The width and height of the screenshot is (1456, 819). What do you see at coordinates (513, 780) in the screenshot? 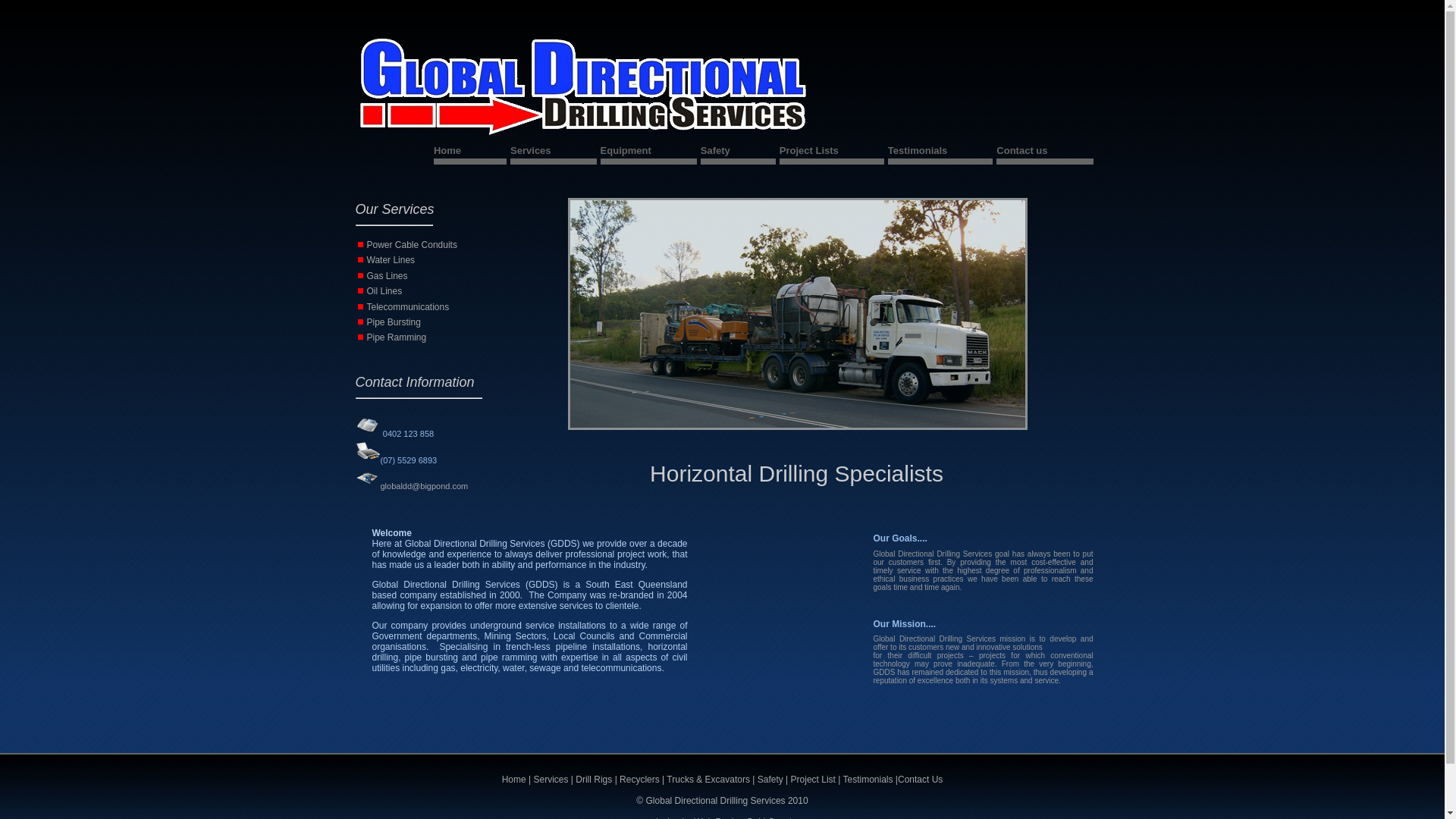
I see `'Home'` at bounding box center [513, 780].